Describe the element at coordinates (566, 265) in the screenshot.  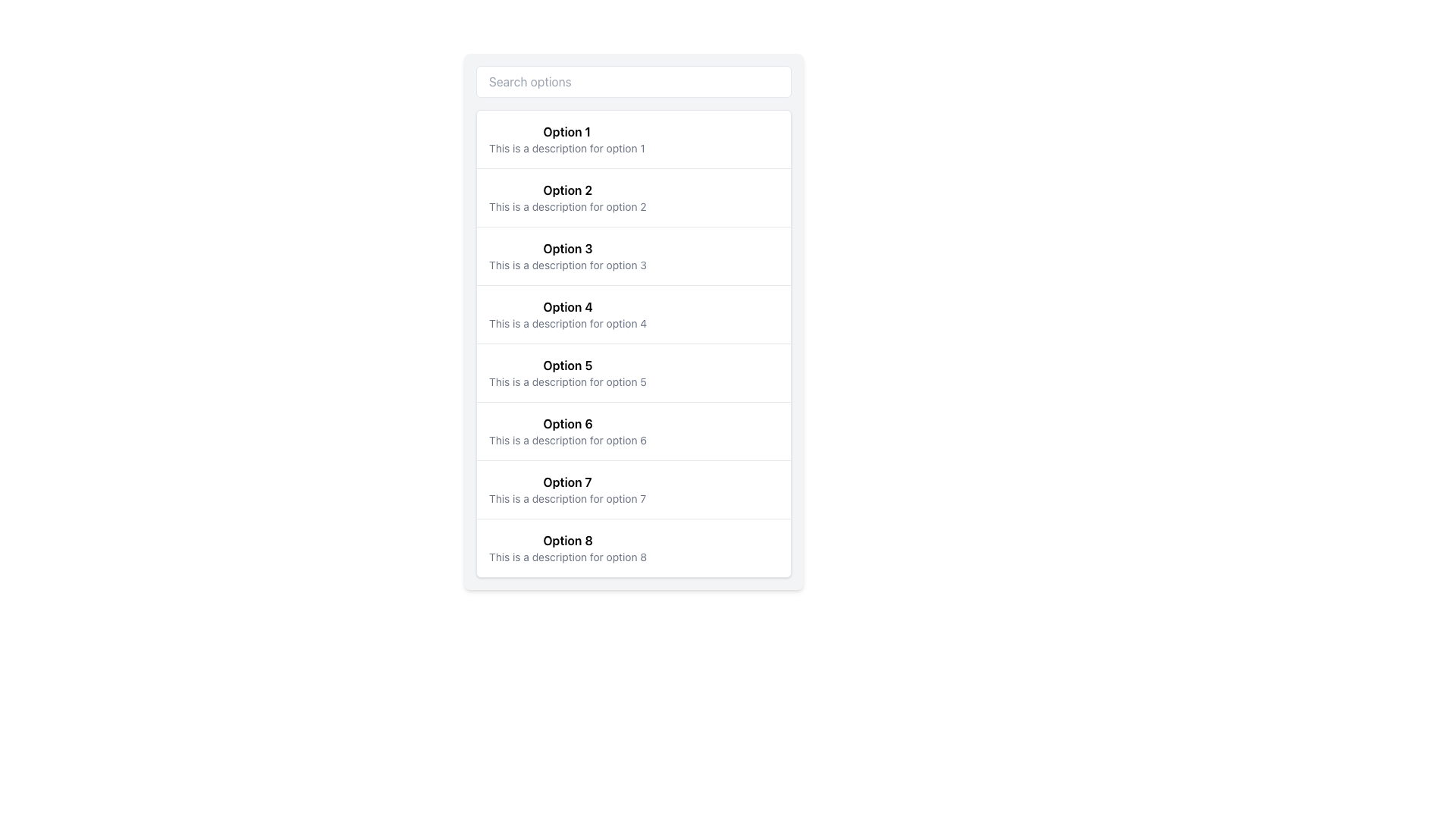
I see `the descriptive Text Label element displayed in a smaller, lighter gray font beneath 'Option 3'` at that location.